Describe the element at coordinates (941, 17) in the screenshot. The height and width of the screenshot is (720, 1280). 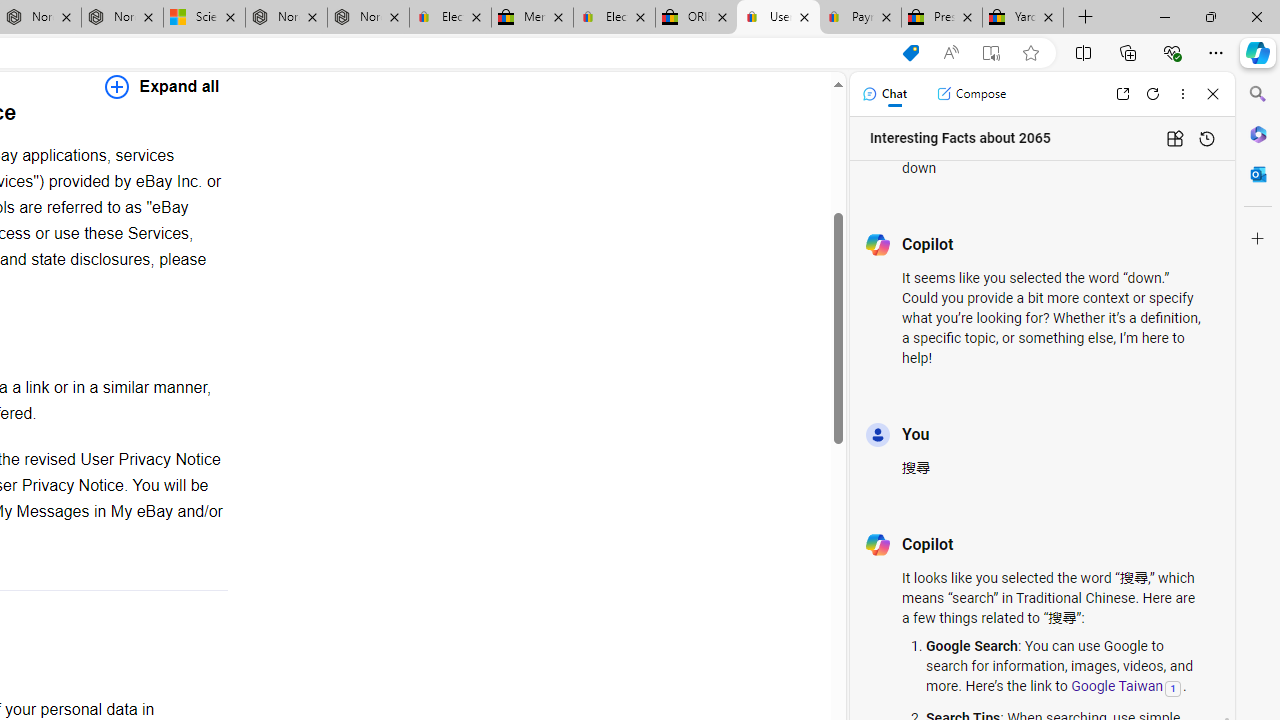
I see `'Press Room - eBay Inc.'` at that location.